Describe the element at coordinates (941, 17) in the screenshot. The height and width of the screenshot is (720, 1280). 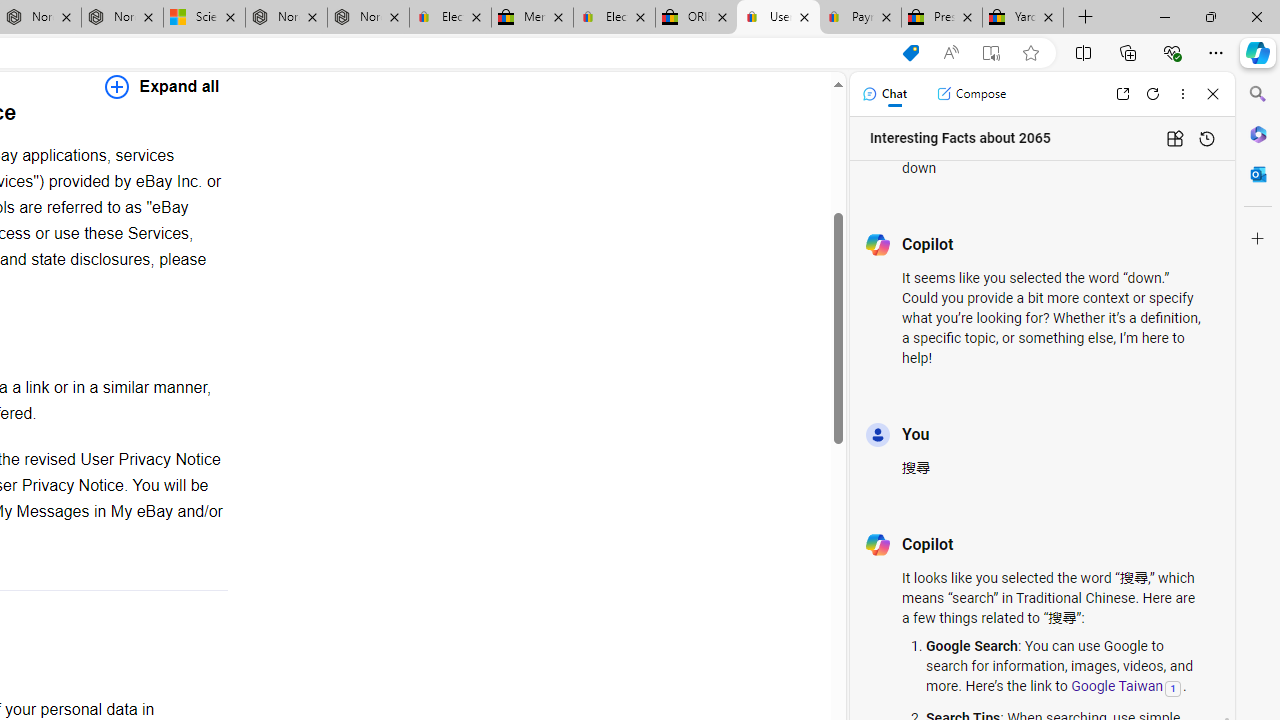
I see `'Press Room - eBay Inc.'` at that location.